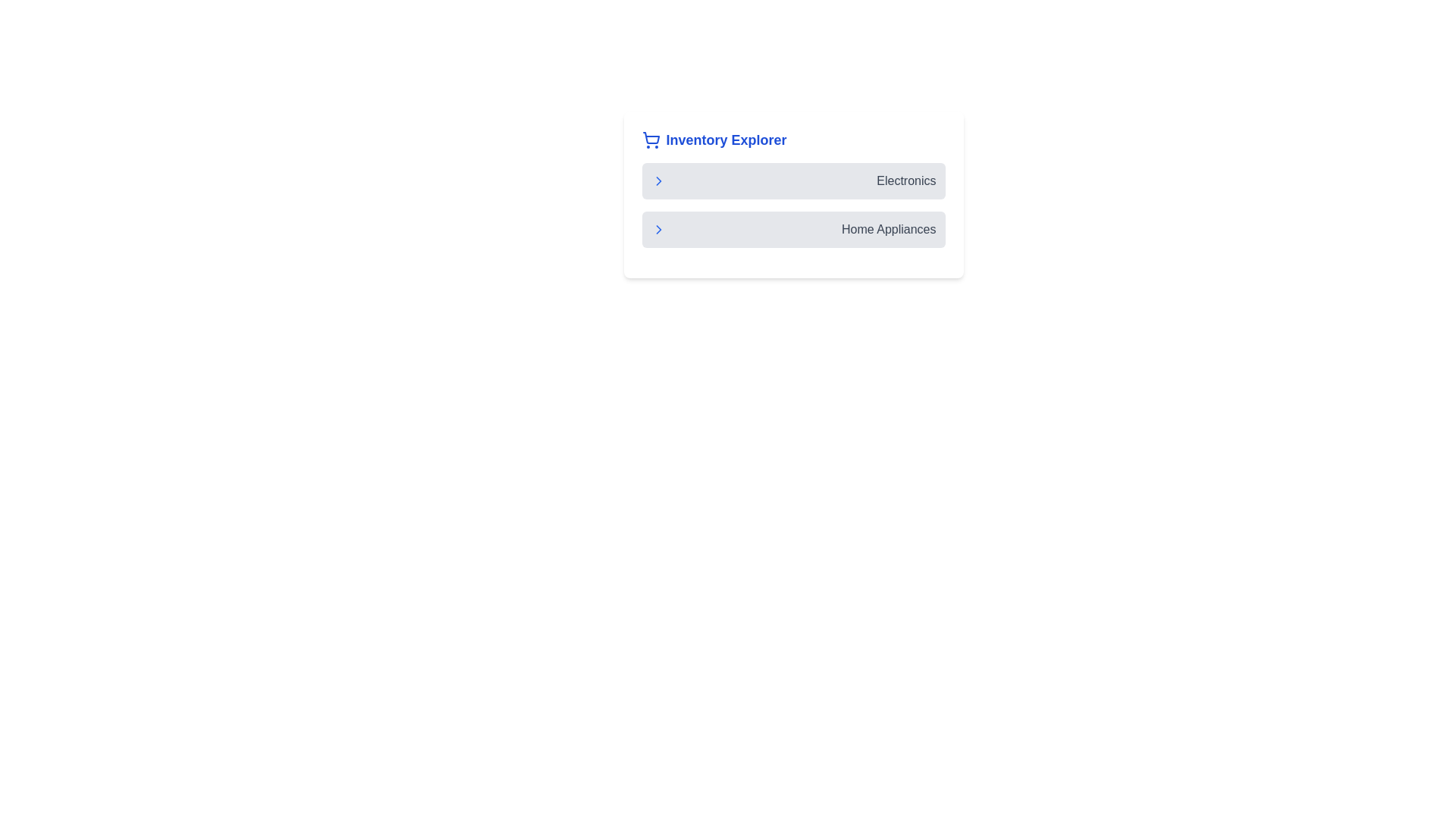 This screenshot has height=819, width=1456. I want to click on the 'Electronics' menu item, so click(792, 194).